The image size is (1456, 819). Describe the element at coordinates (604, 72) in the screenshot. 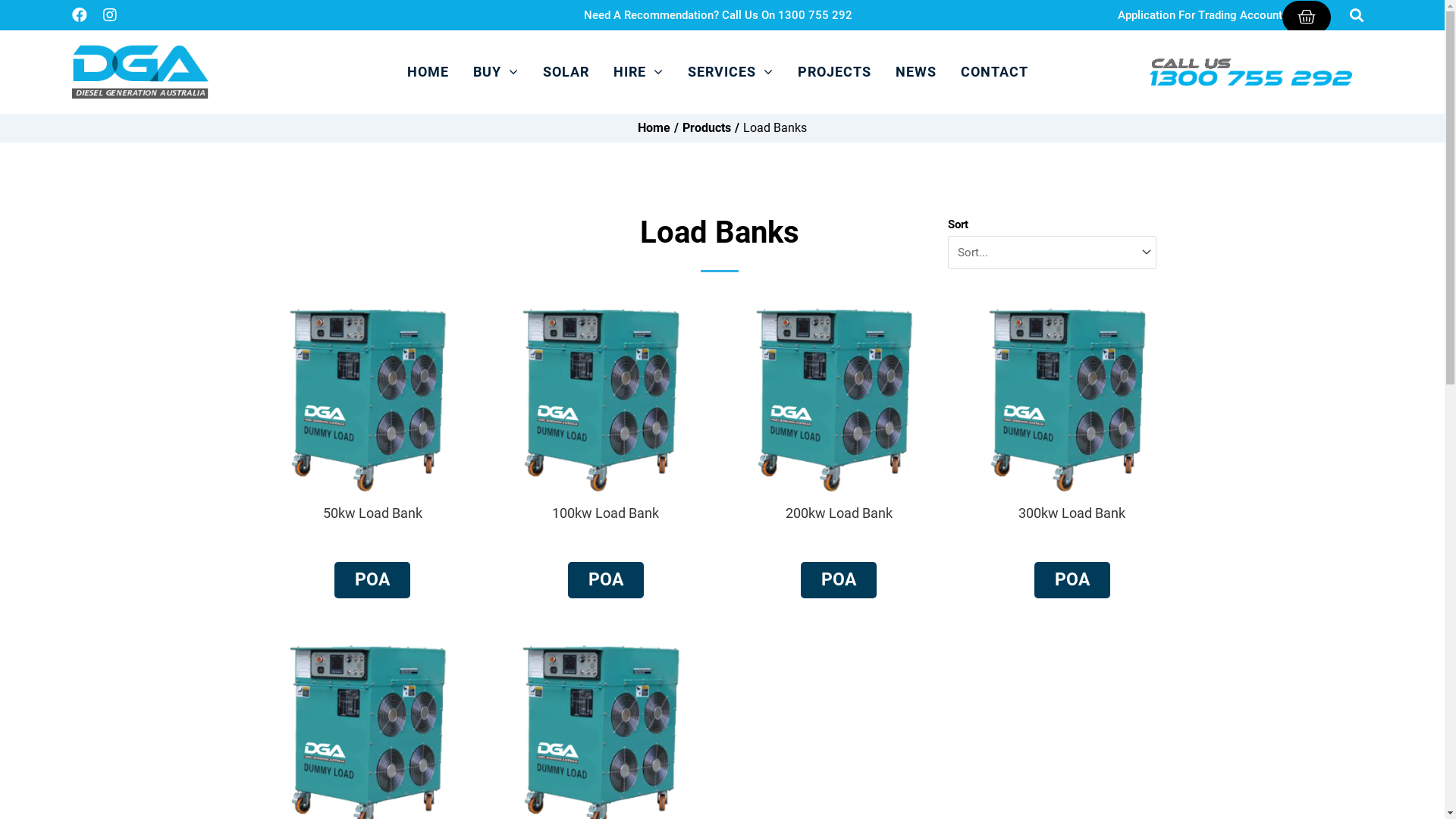

I see `'HIRE'` at that location.